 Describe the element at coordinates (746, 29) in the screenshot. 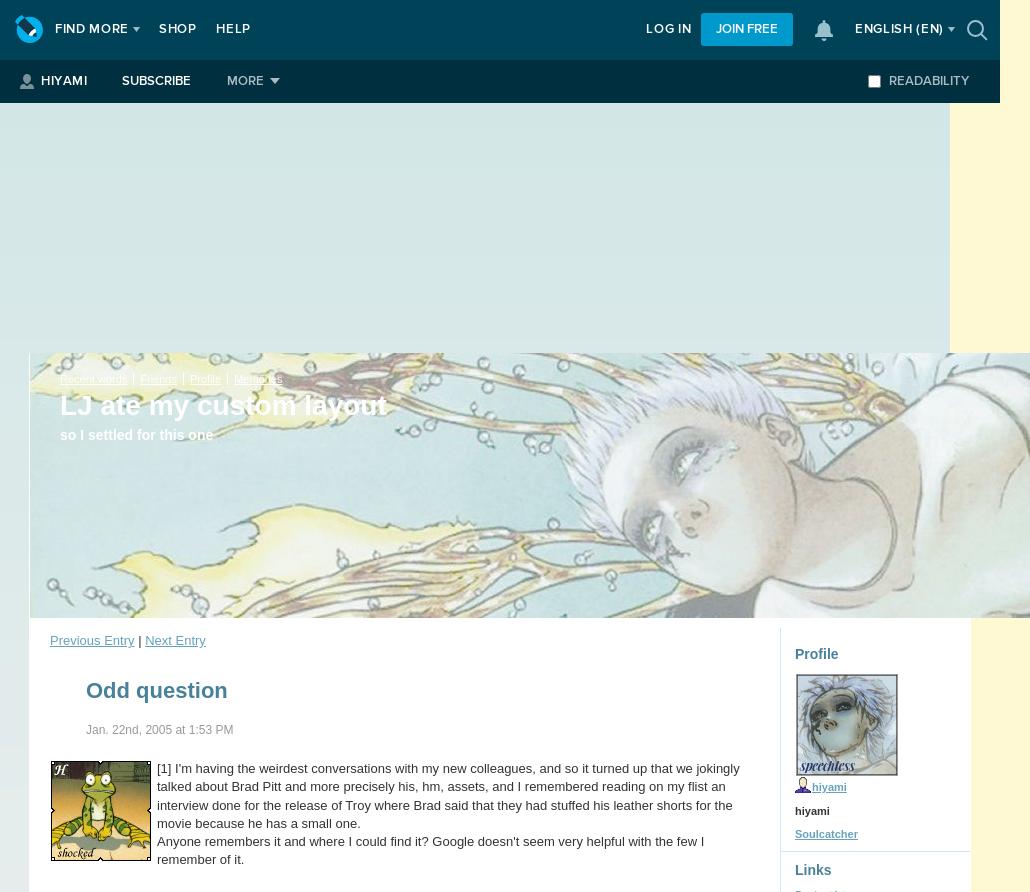

I see `'Join free'` at that location.